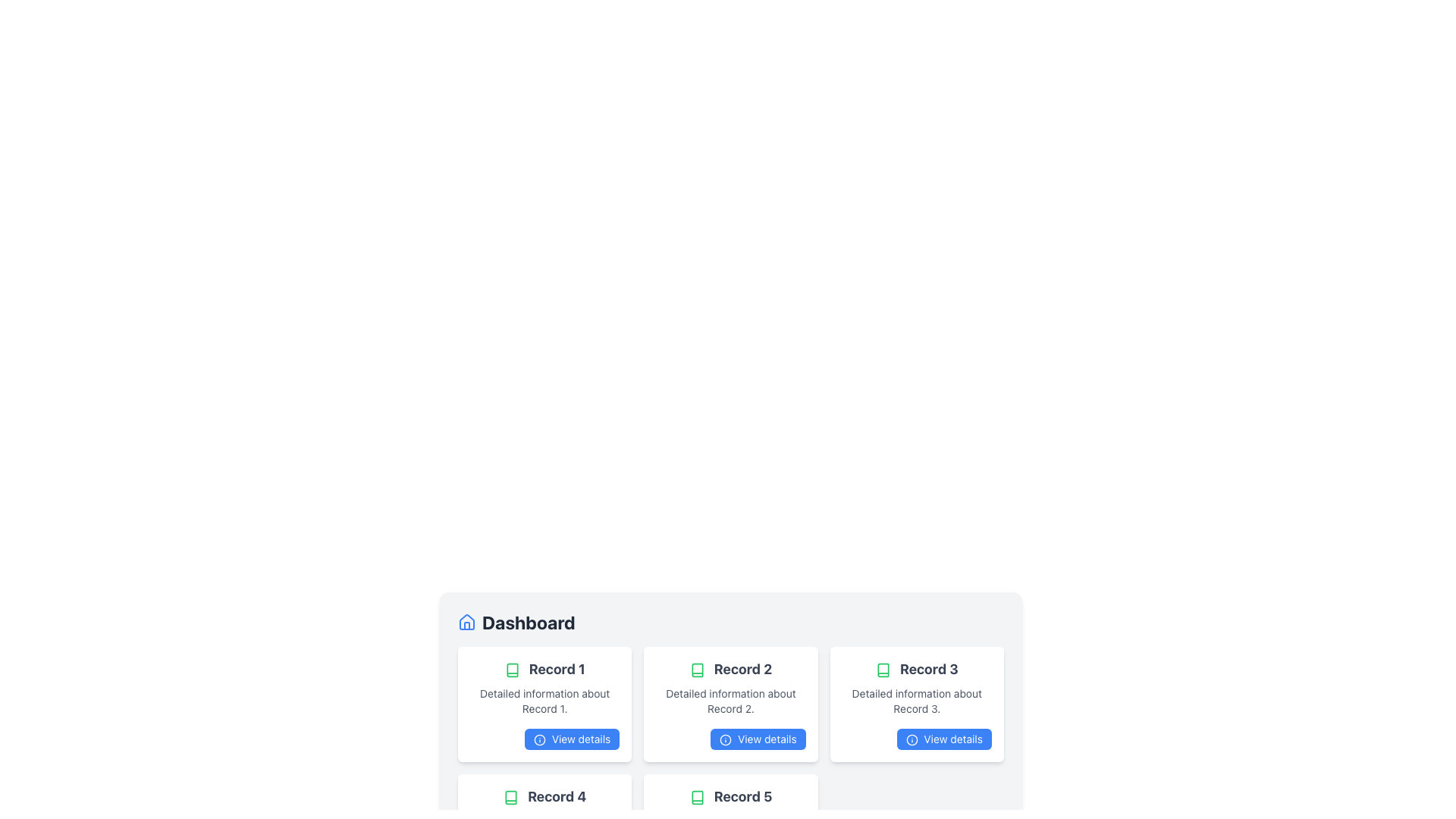 This screenshot has height=819, width=1456. Describe the element at coordinates (544, 669) in the screenshot. I see `bolded text 'Record 1' displayed in a large font within the first card of the dashboard` at that location.